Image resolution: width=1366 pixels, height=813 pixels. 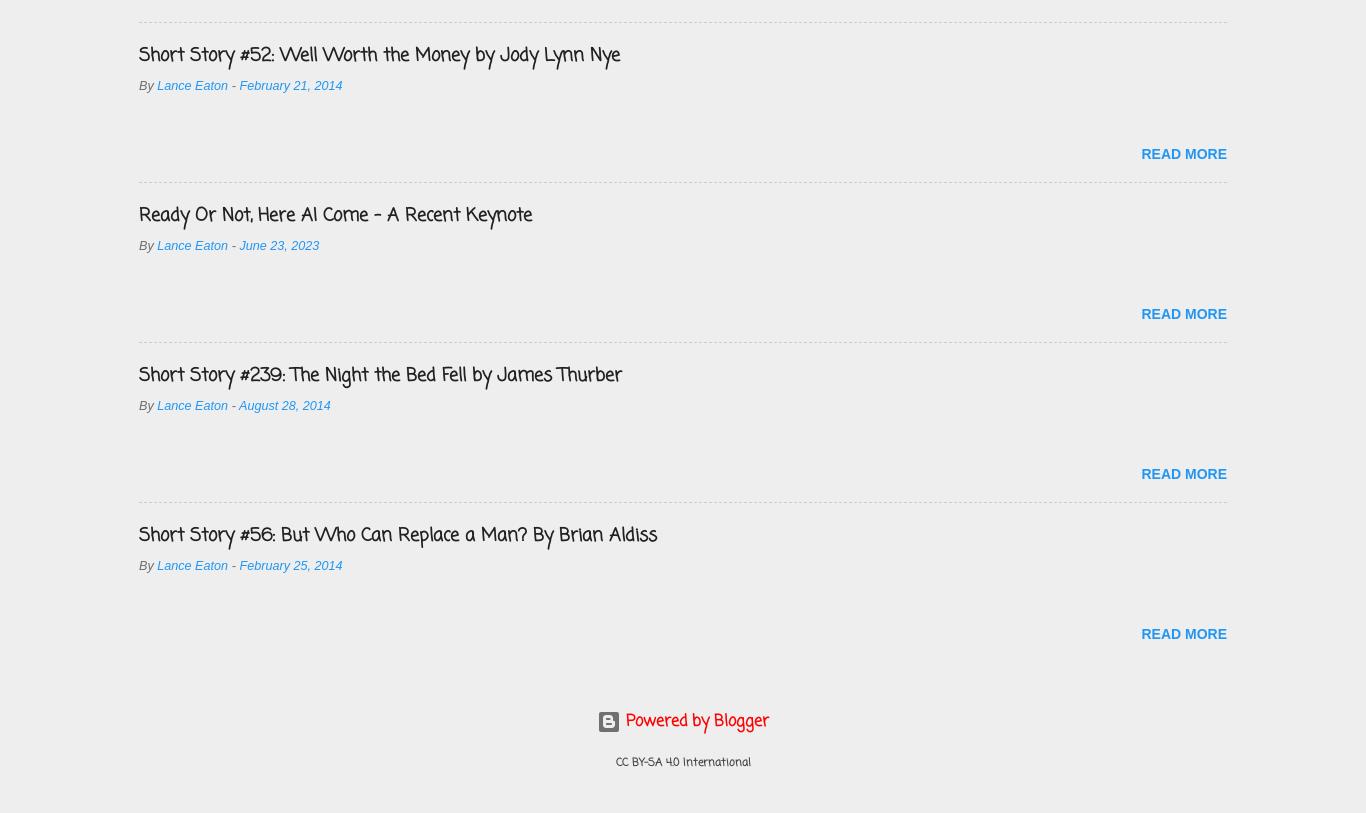 What do you see at coordinates (284, 405) in the screenshot?
I see `'August 28, 2014'` at bounding box center [284, 405].